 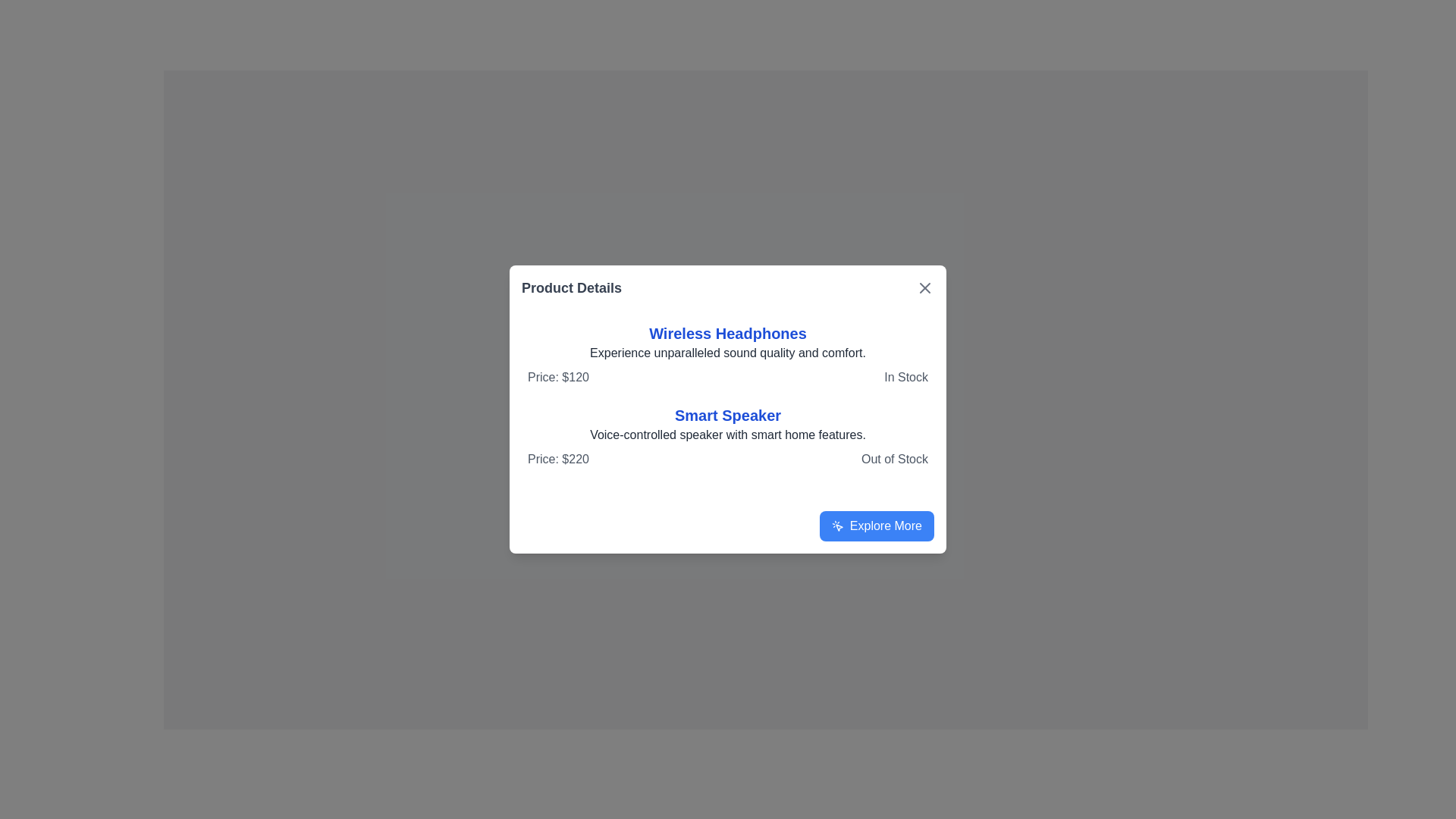 I want to click on the Informational block for the product 'Wireless Headphones' in the 'Product Details' modal, which includes a blue bold heading, descriptive text, price, and stock status, so click(x=728, y=354).